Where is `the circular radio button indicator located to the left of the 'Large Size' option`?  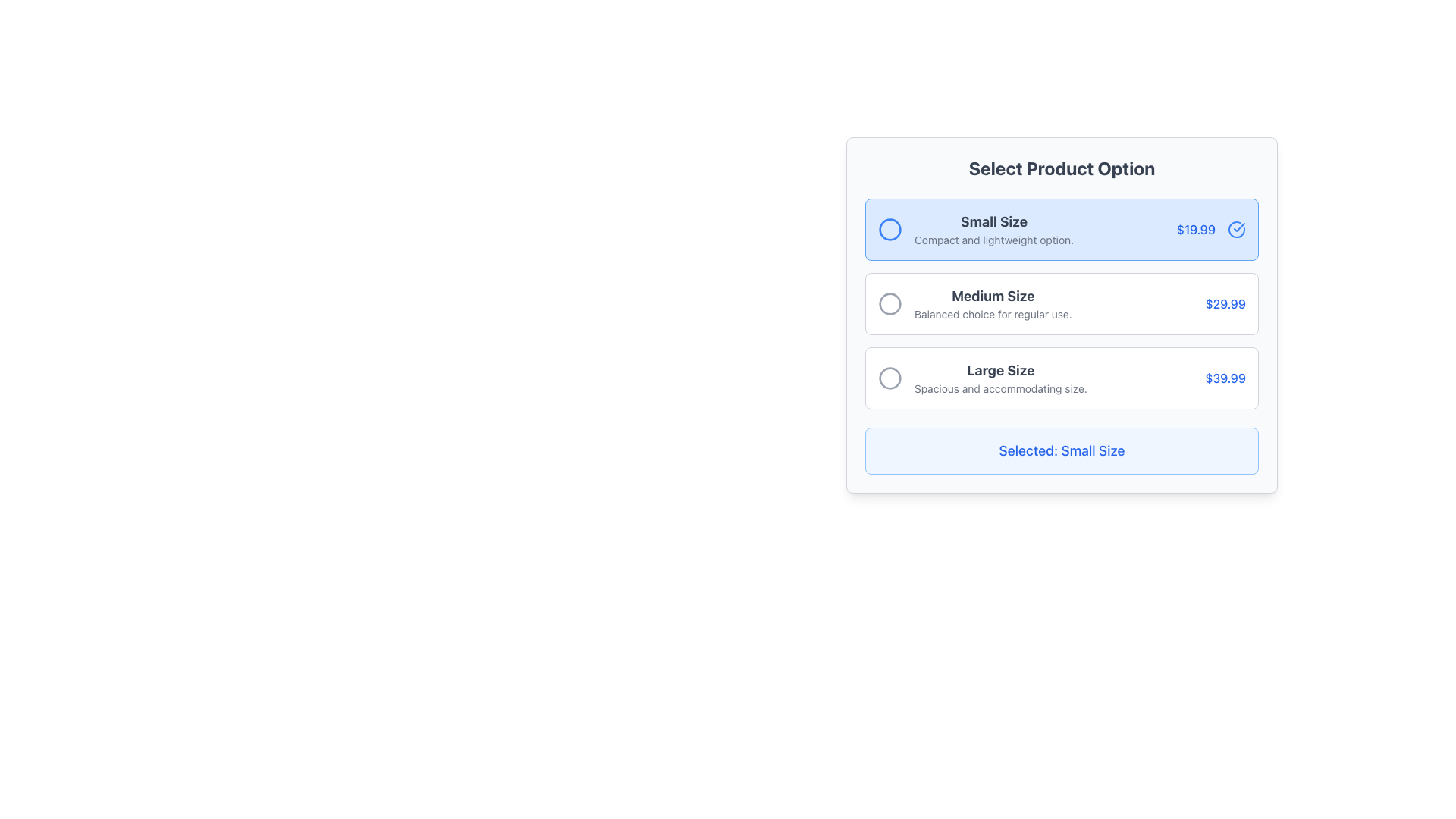 the circular radio button indicator located to the left of the 'Large Size' option is located at coordinates (890, 376).